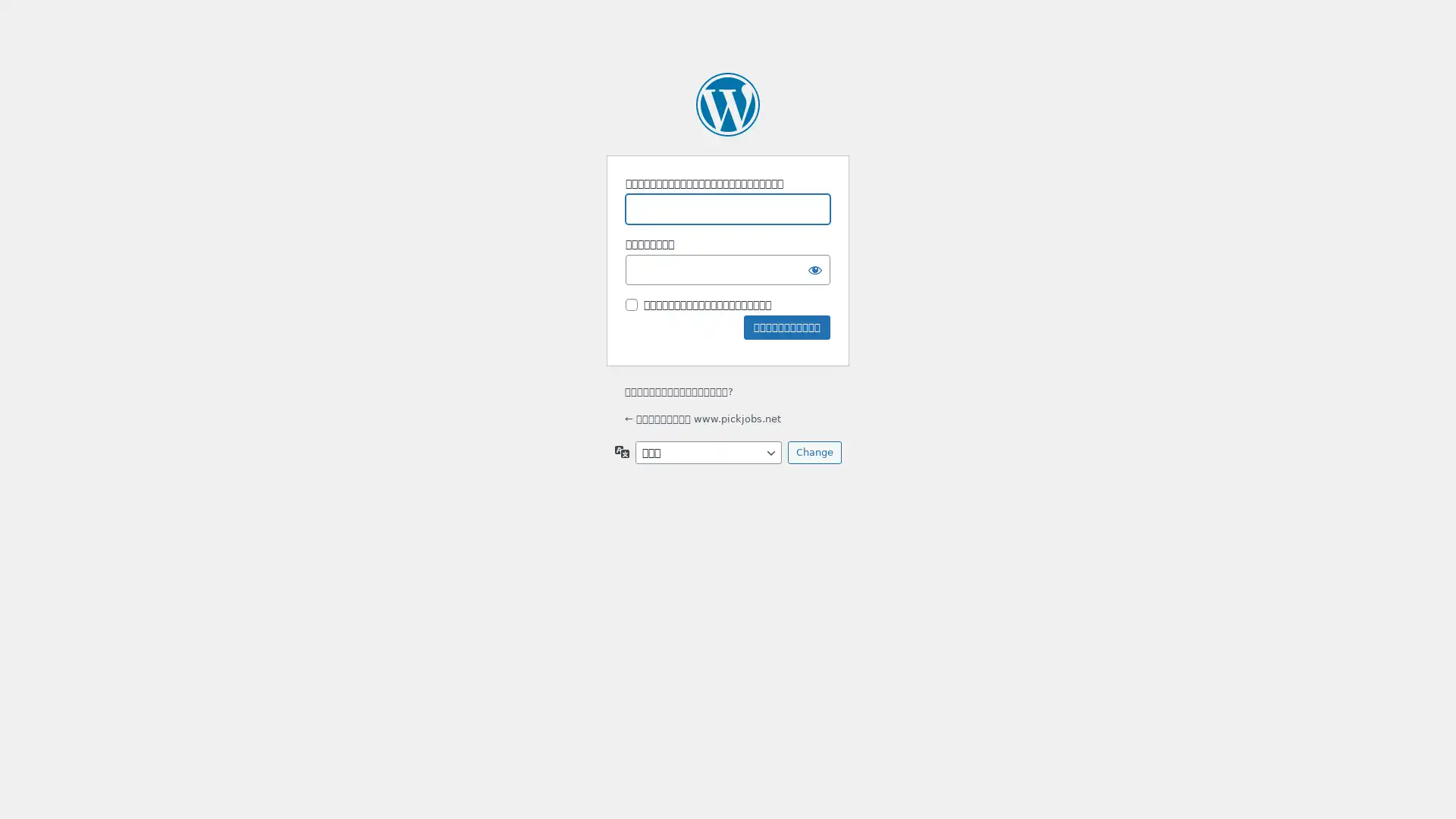  Describe the element at coordinates (813, 452) in the screenshot. I see `Change` at that location.